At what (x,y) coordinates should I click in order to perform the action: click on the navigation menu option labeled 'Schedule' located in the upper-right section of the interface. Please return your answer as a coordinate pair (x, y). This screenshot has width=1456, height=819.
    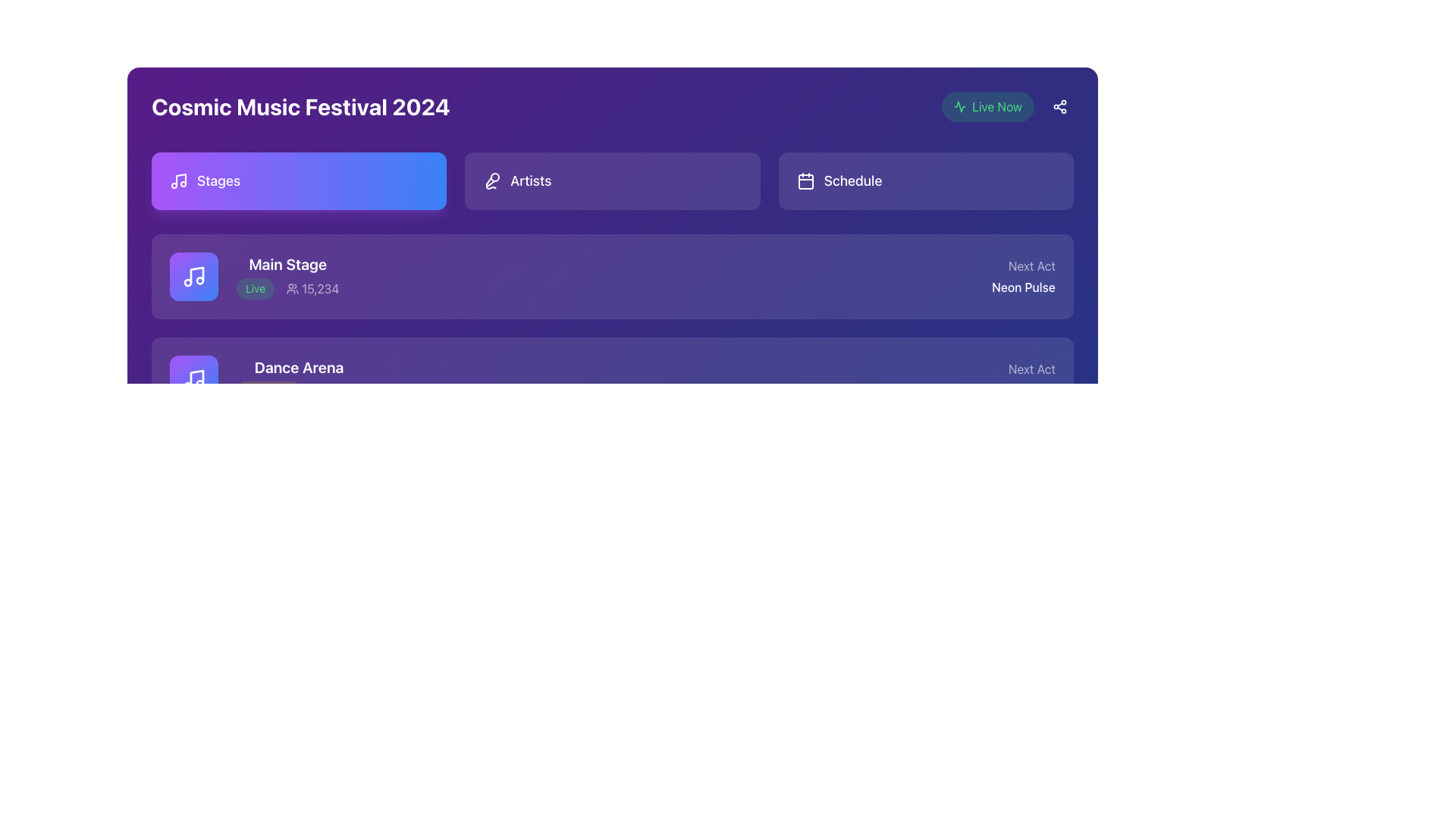
    Looking at the image, I should click on (925, 180).